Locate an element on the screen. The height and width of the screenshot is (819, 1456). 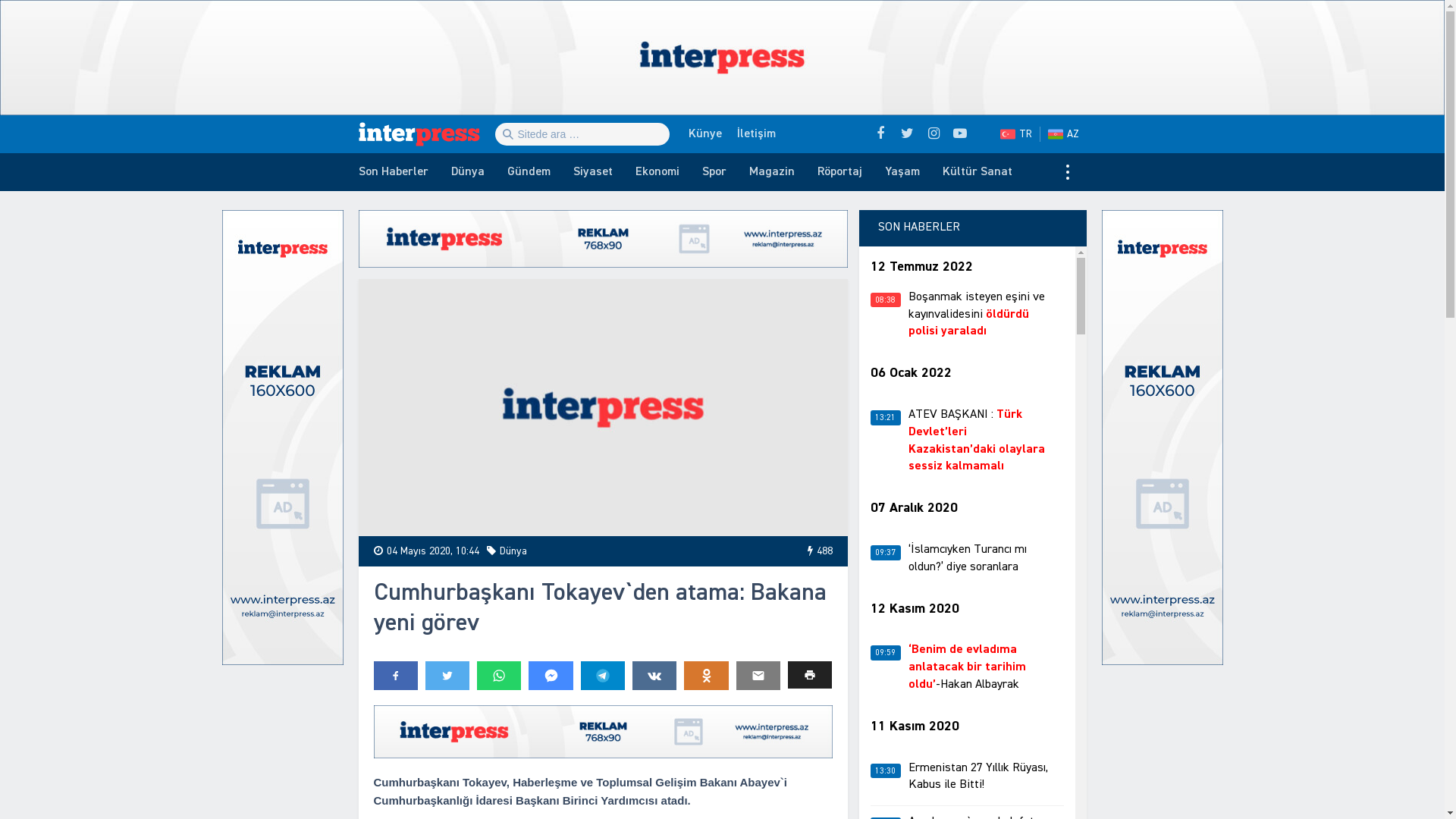
'Son Haberler' is located at coordinates (393, 171).